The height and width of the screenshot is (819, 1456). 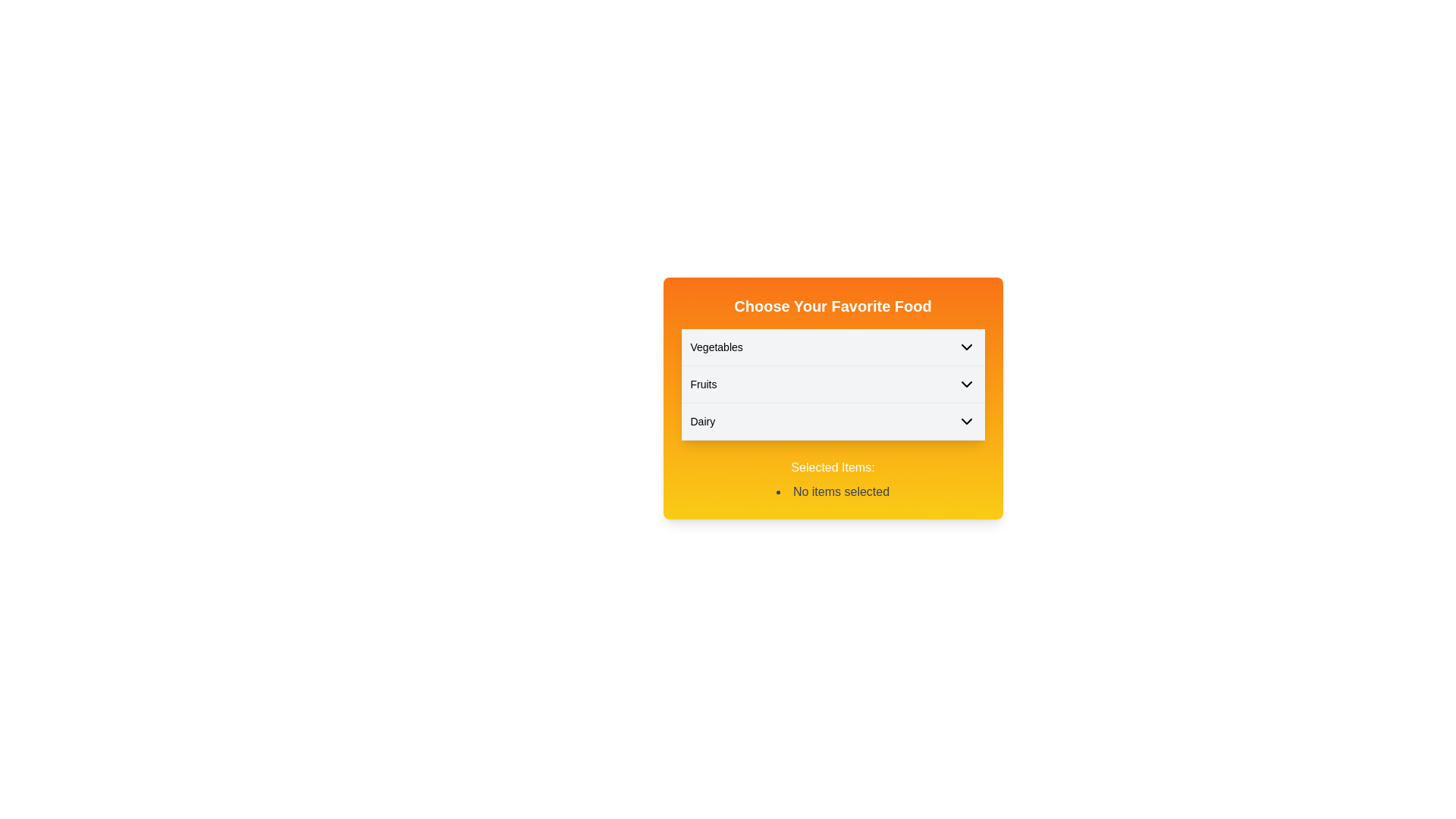 I want to click on the Chevron Down icon located on the far right side of the 'Vegetables' menu option, so click(x=965, y=347).